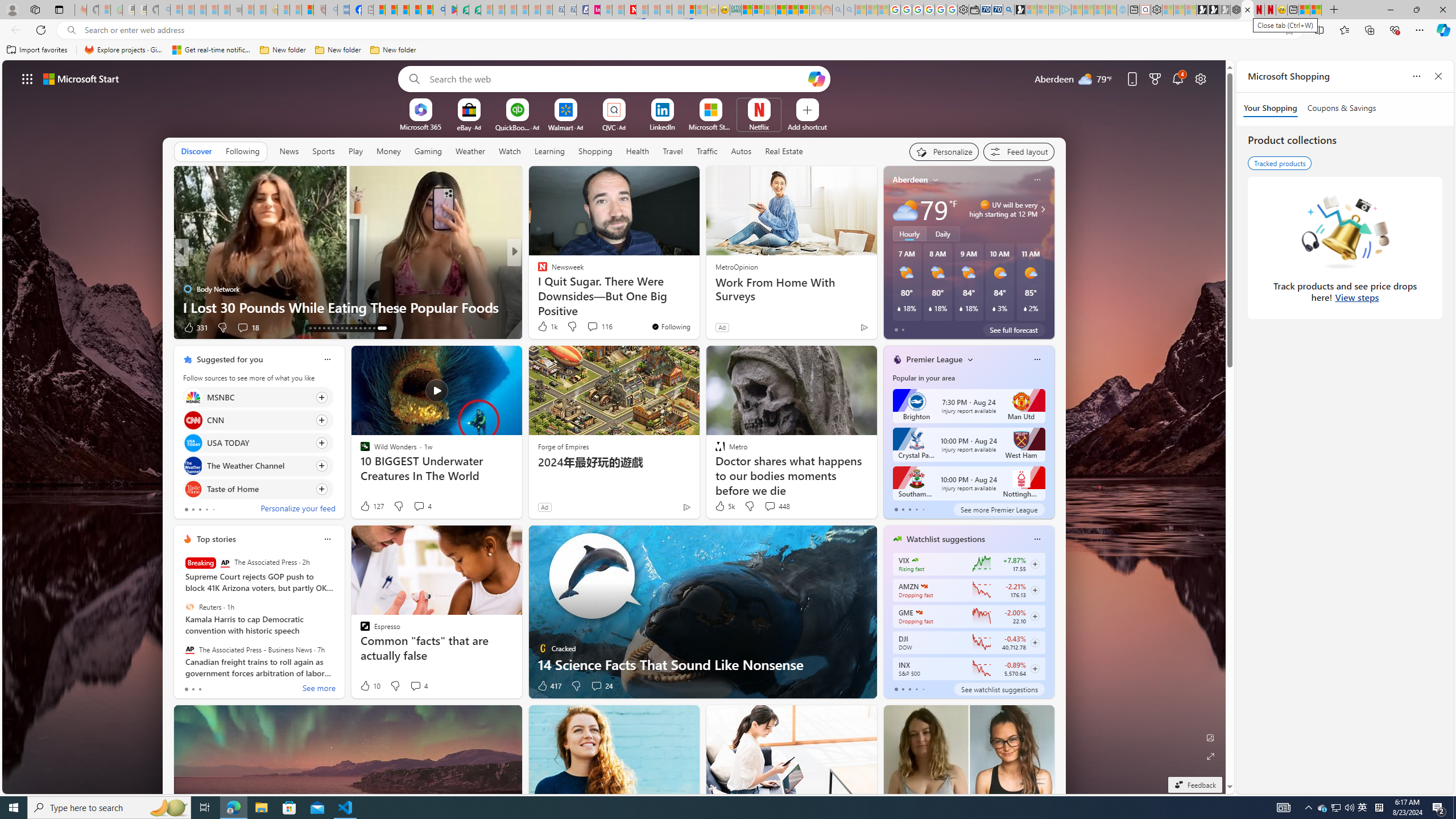  I want to click on 'next', so click(1048, 252).